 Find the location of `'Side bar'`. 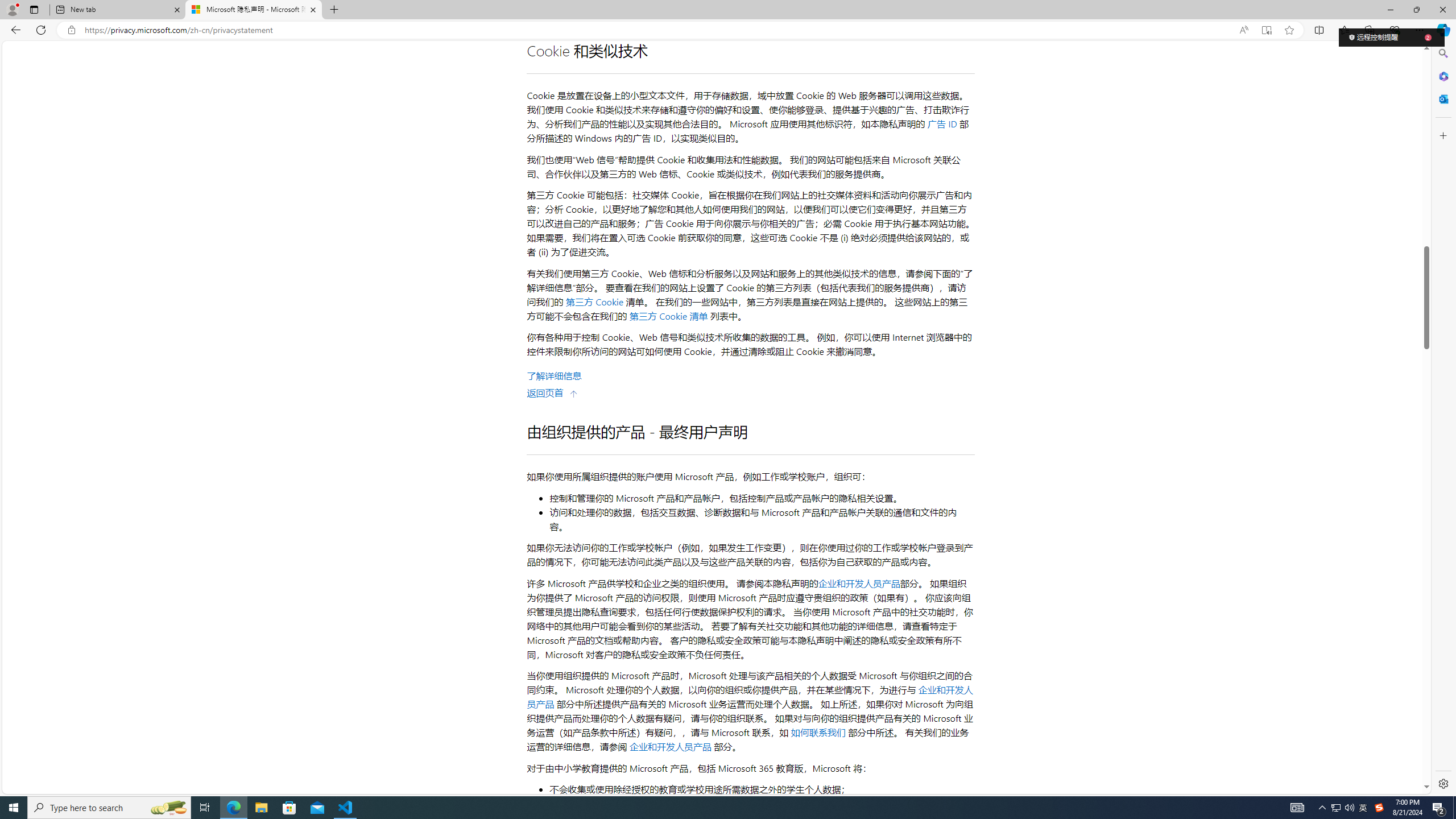

'Side bar' is located at coordinates (1443, 418).